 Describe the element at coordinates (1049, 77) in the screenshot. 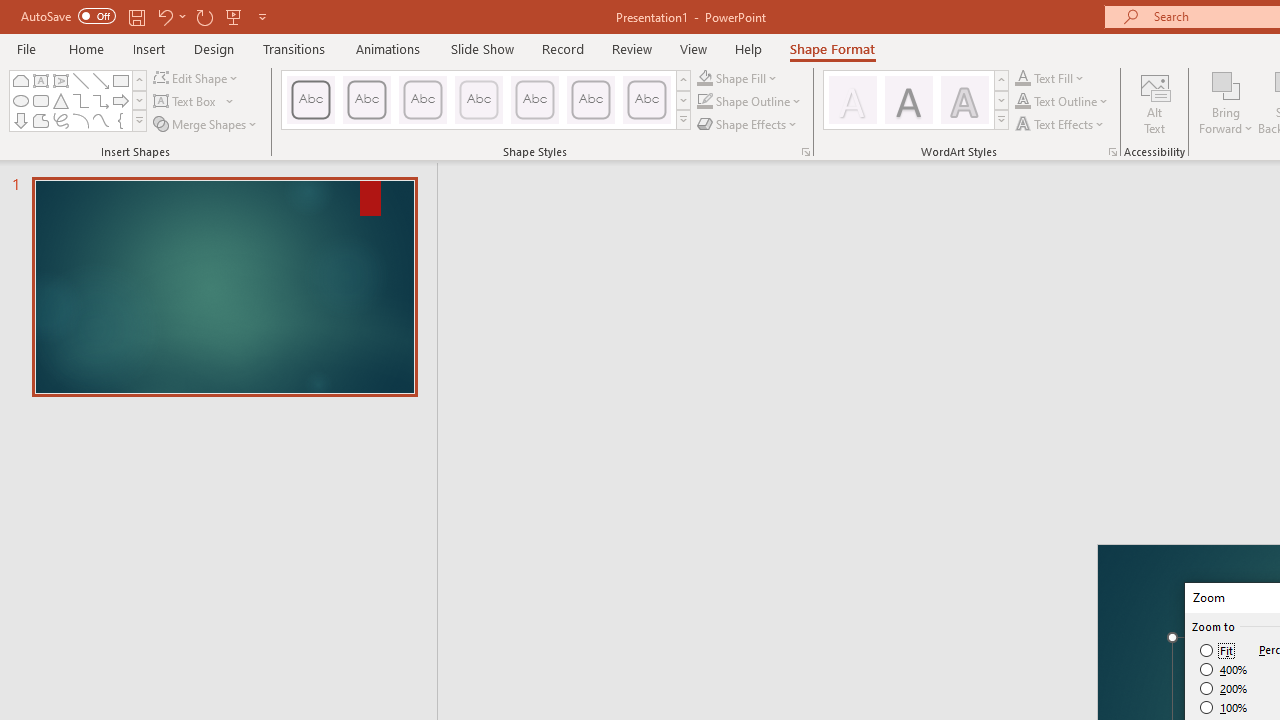

I see `'Text Fill'` at that location.